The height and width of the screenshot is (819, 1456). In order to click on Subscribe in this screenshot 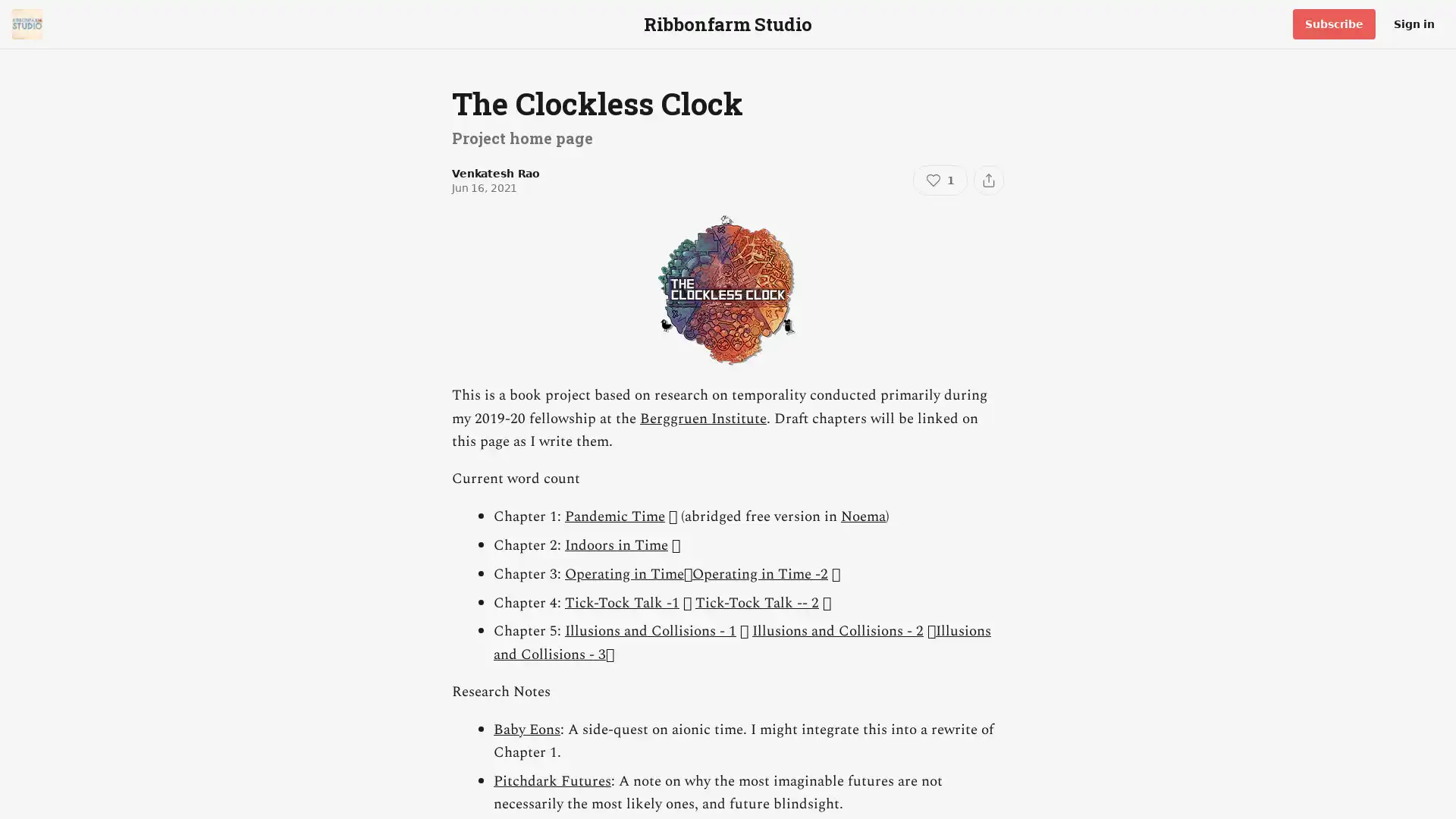, I will do `click(1333, 24)`.